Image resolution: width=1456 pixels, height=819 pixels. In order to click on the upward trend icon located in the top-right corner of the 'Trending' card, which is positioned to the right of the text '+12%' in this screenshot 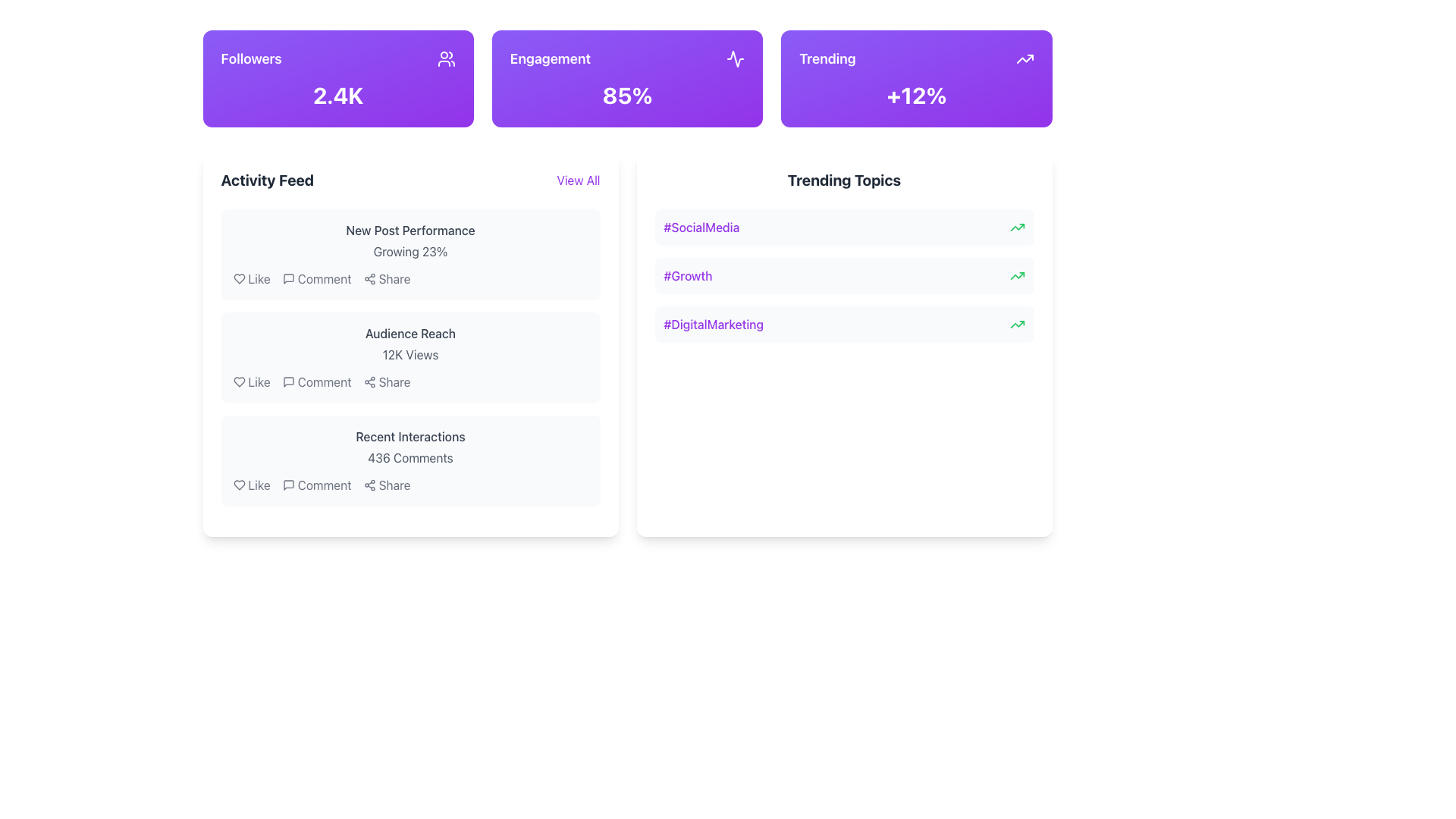, I will do `click(1025, 58)`.